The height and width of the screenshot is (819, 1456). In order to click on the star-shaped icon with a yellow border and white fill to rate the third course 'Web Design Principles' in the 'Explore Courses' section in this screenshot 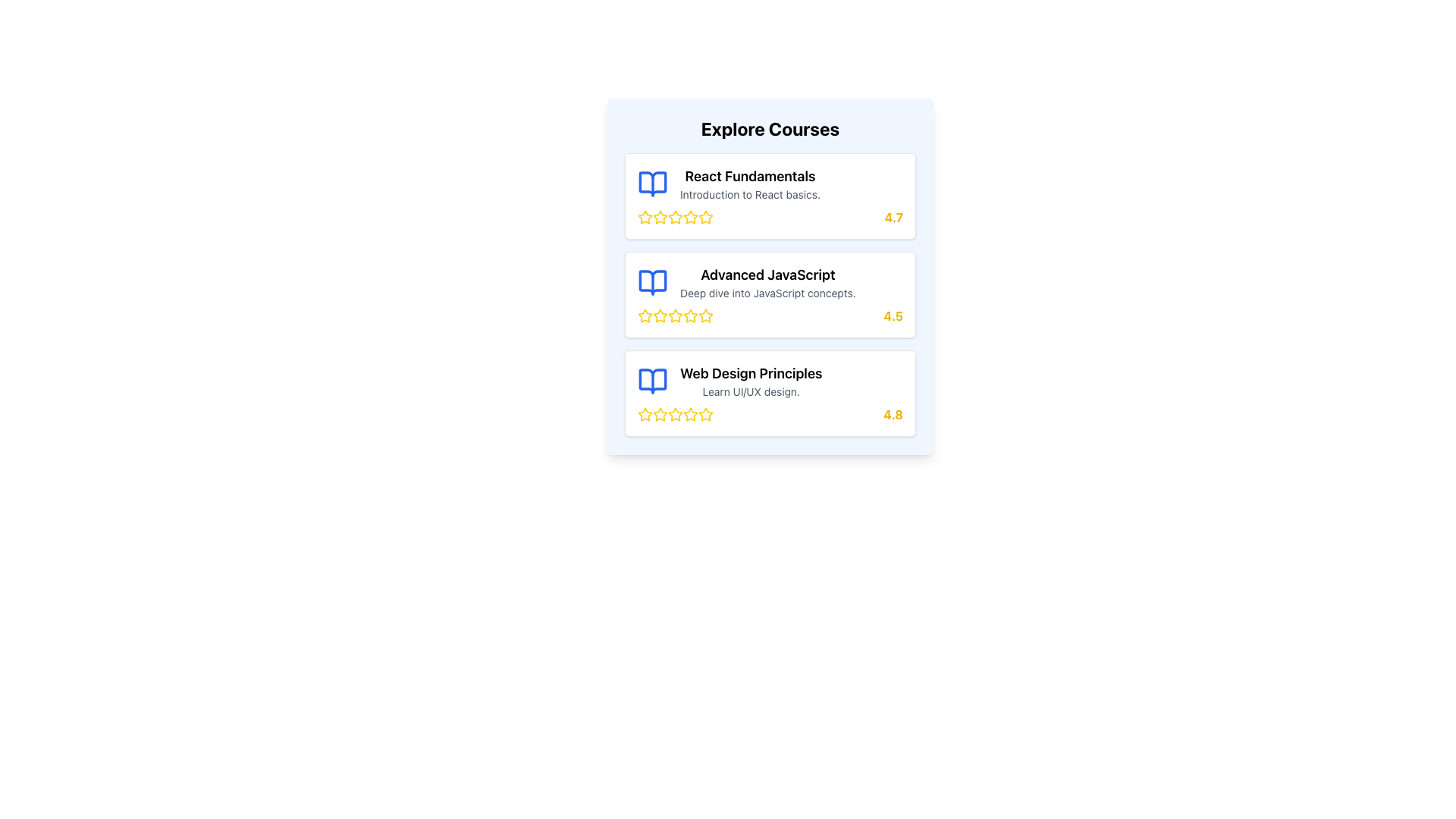, I will do `click(675, 414)`.